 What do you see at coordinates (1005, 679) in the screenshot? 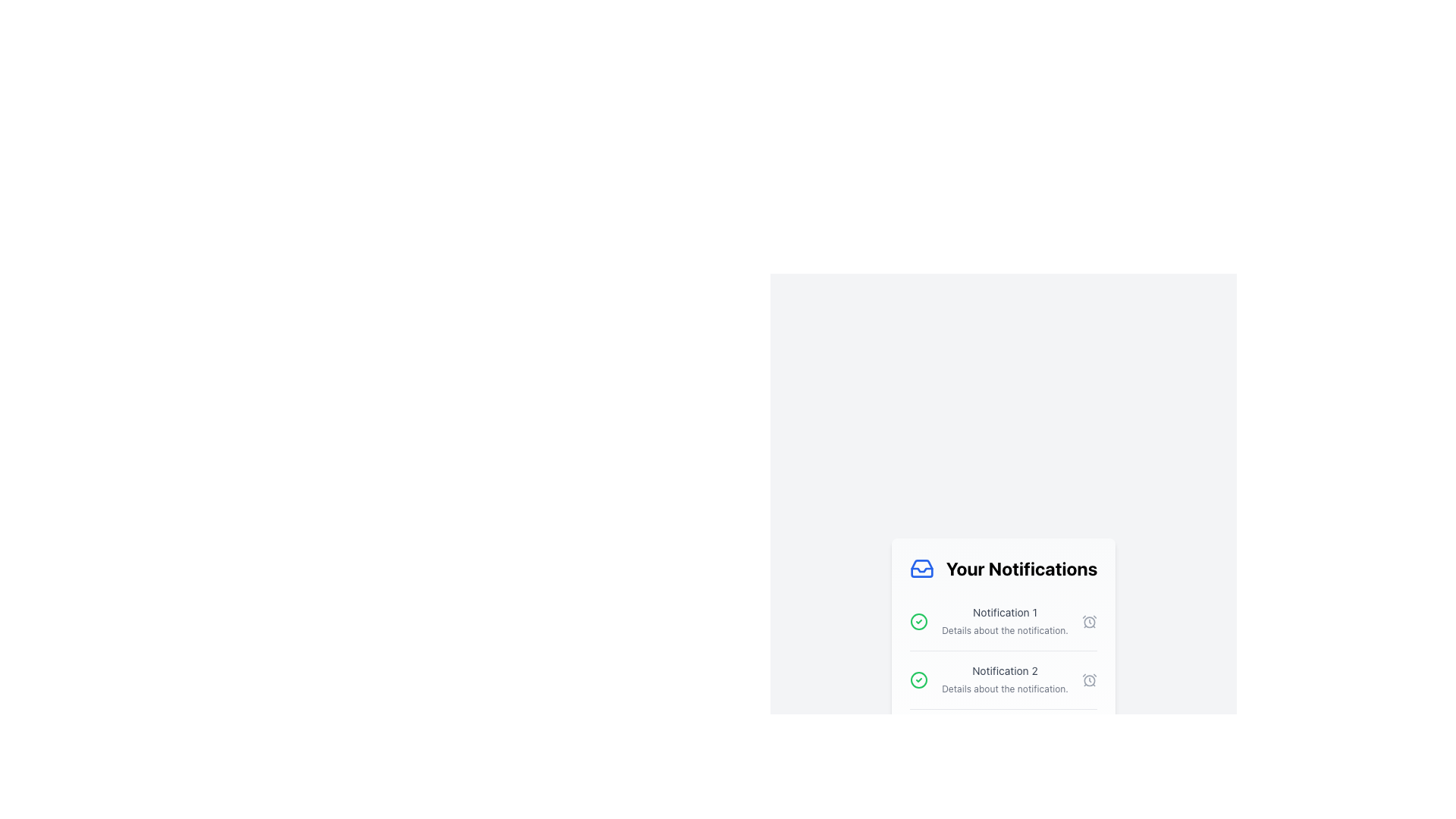
I see `the notification label that displays 'Notification 2' and its details in a modern sans-serif font, positioned as the second item in 'Your Notifications'` at bounding box center [1005, 679].